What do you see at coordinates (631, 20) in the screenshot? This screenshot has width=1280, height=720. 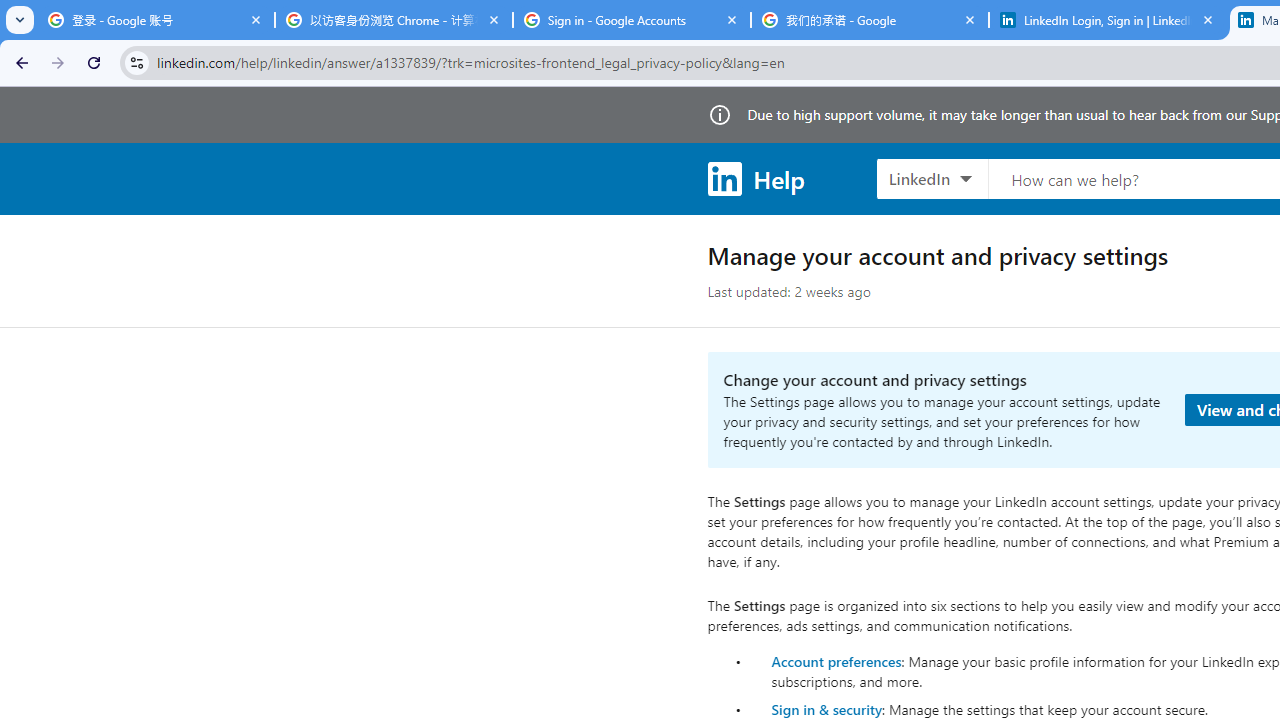 I see `'Sign in - Google Accounts'` at bounding box center [631, 20].